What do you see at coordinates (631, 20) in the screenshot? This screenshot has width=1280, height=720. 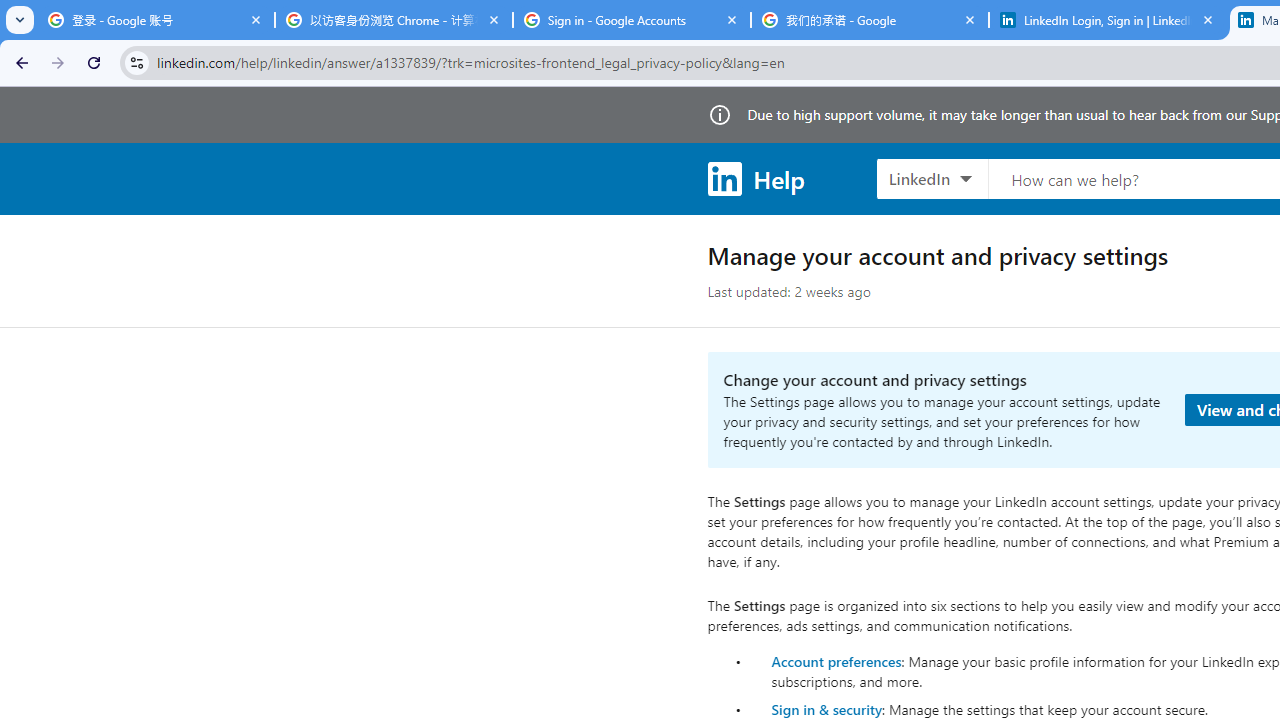 I see `'Sign in - Google Accounts'` at bounding box center [631, 20].